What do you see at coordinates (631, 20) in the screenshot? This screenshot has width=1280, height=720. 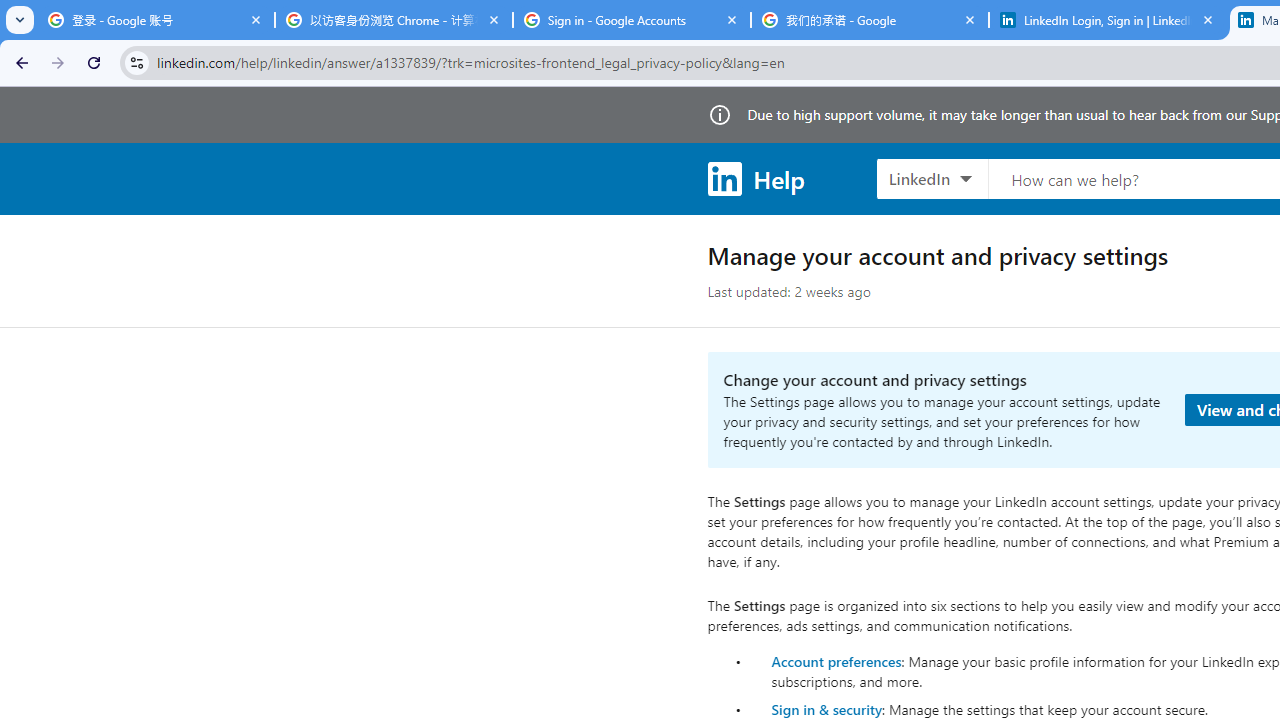 I see `'Sign in - Google Accounts'` at bounding box center [631, 20].